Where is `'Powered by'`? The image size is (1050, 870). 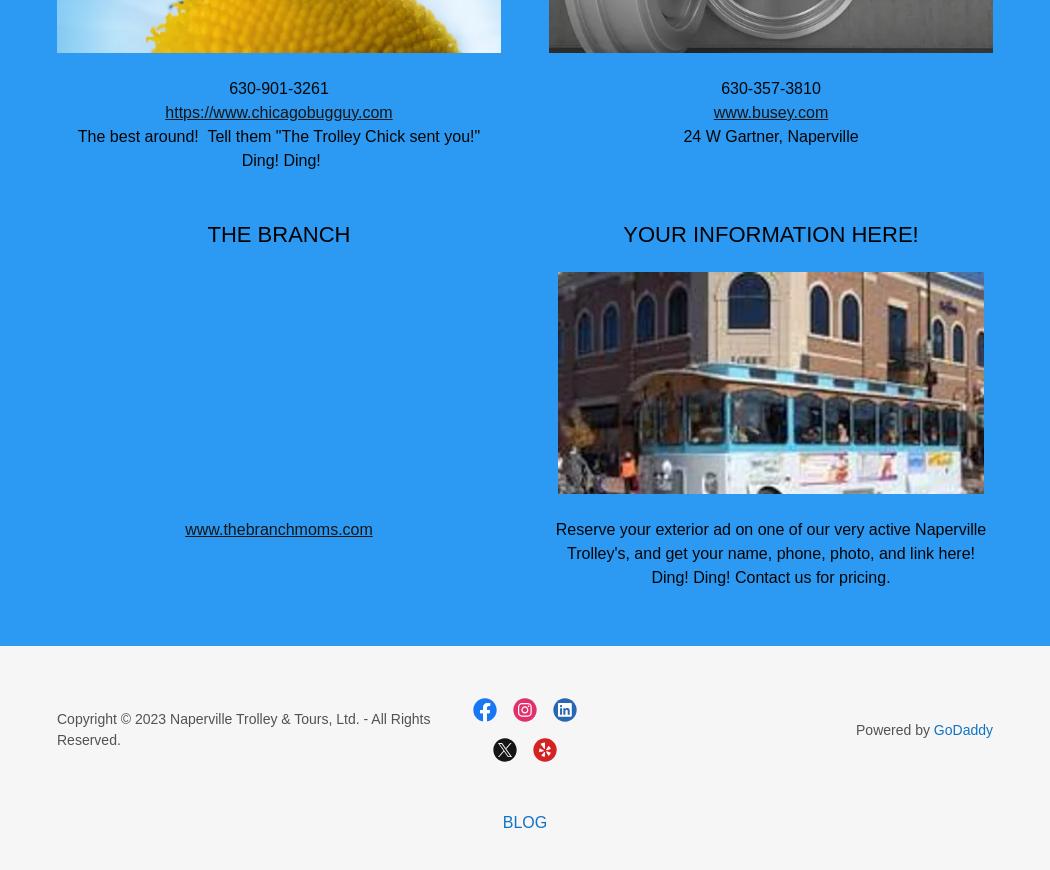 'Powered by' is located at coordinates (855, 728).